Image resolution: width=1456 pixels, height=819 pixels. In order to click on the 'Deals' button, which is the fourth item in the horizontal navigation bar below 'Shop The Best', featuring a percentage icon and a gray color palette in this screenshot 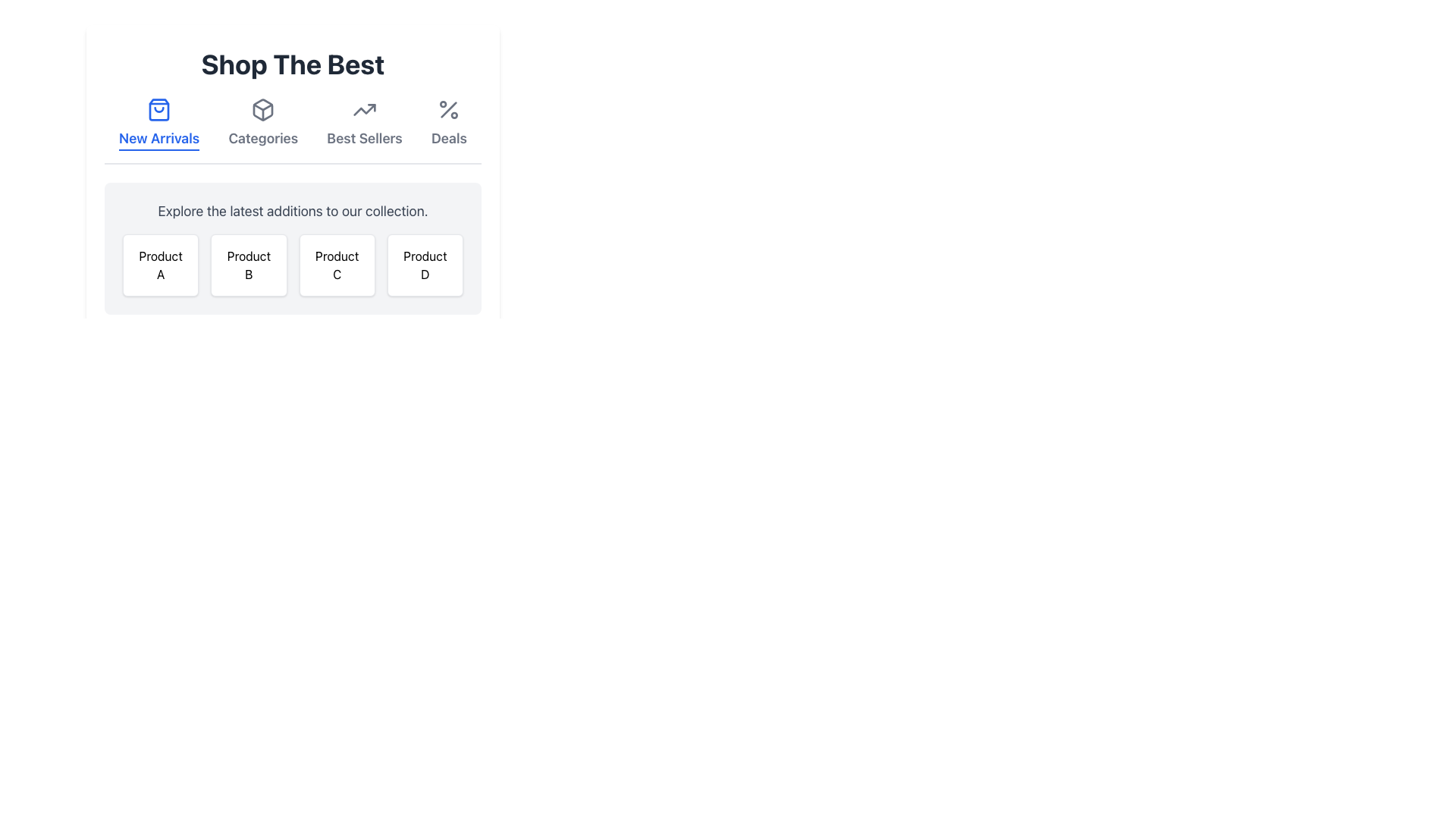, I will do `click(448, 124)`.